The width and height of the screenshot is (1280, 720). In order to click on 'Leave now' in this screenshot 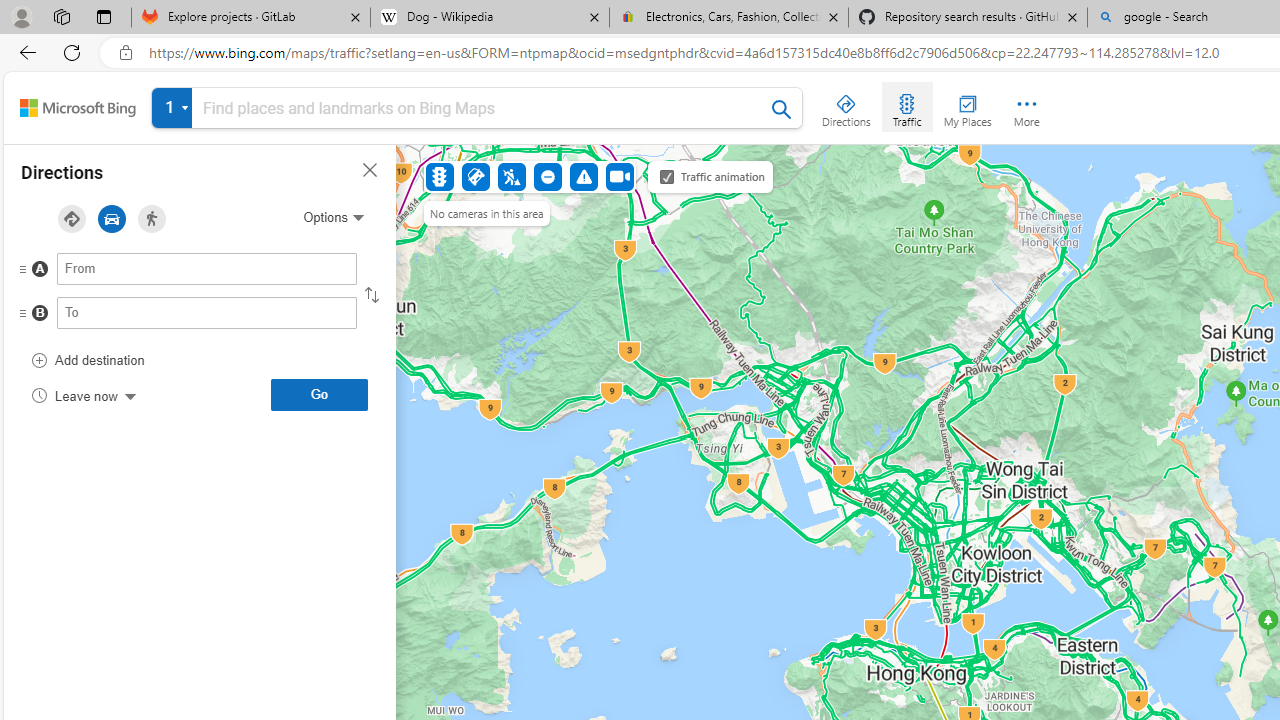, I will do `click(82, 394)`.